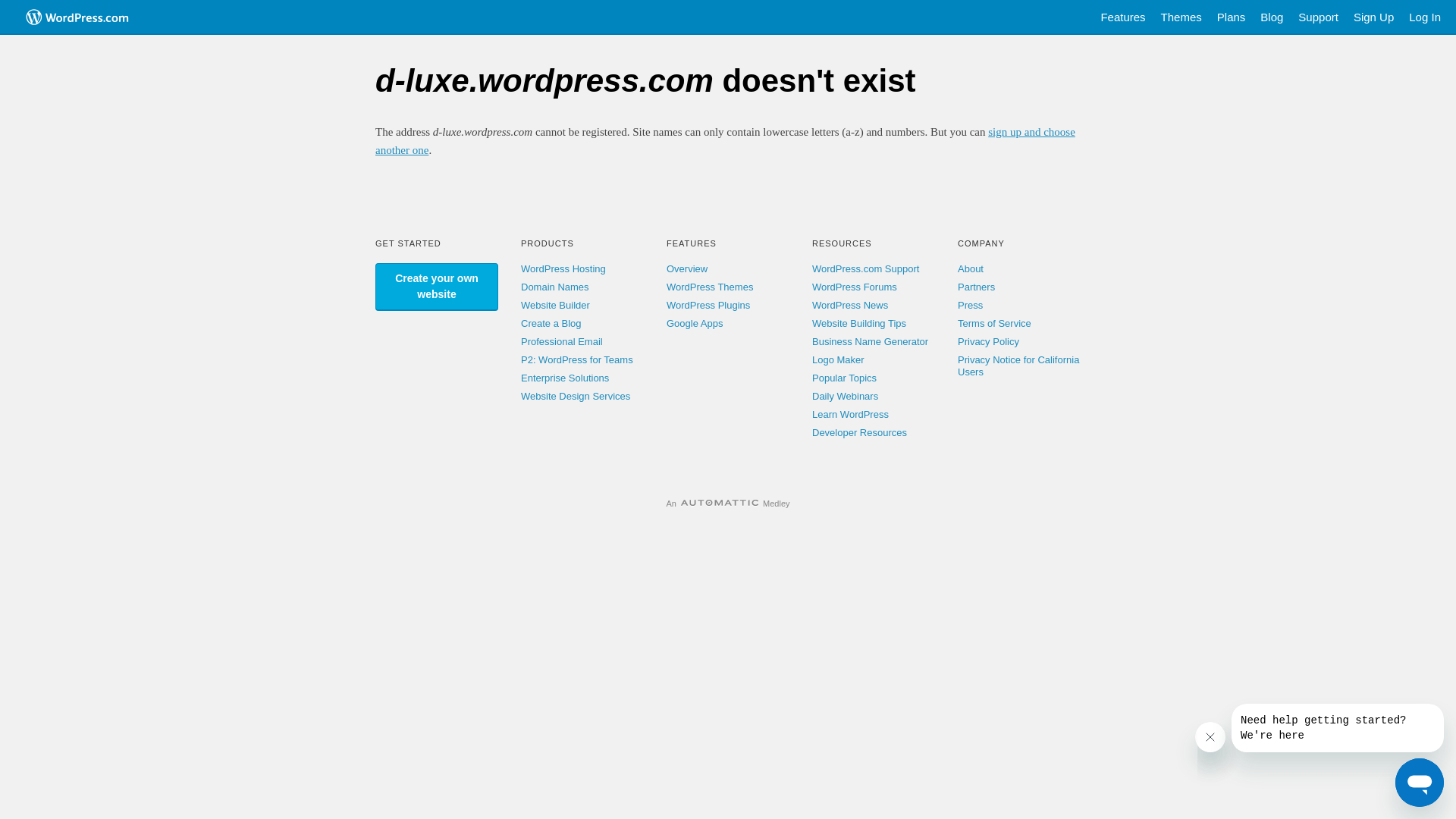 This screenshot has width=1456, height=819. What do you see at coordinates (1092, 17) in the screenshot?
I see `'Features'` at bounding box center [1092, 17].